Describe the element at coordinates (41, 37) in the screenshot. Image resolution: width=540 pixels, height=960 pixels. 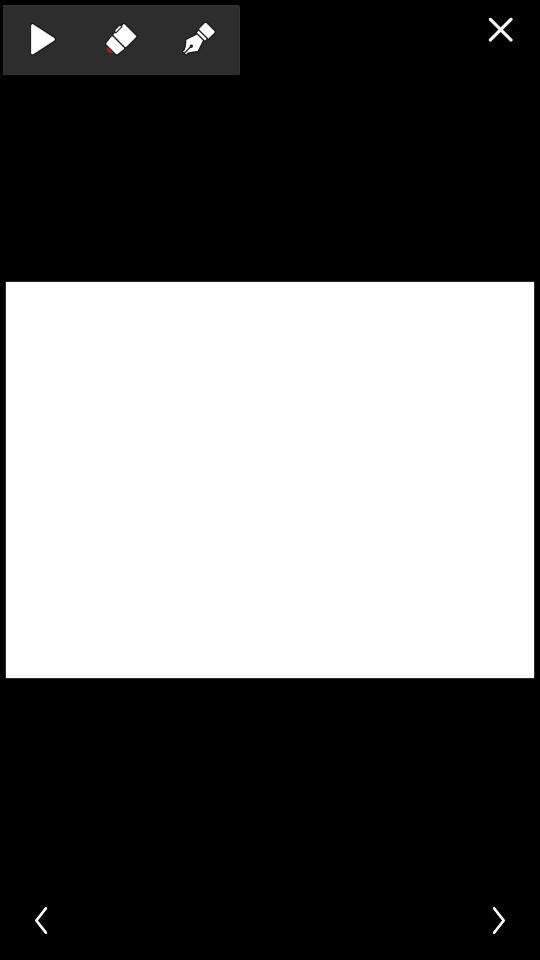
I see `the play icon` at that location.